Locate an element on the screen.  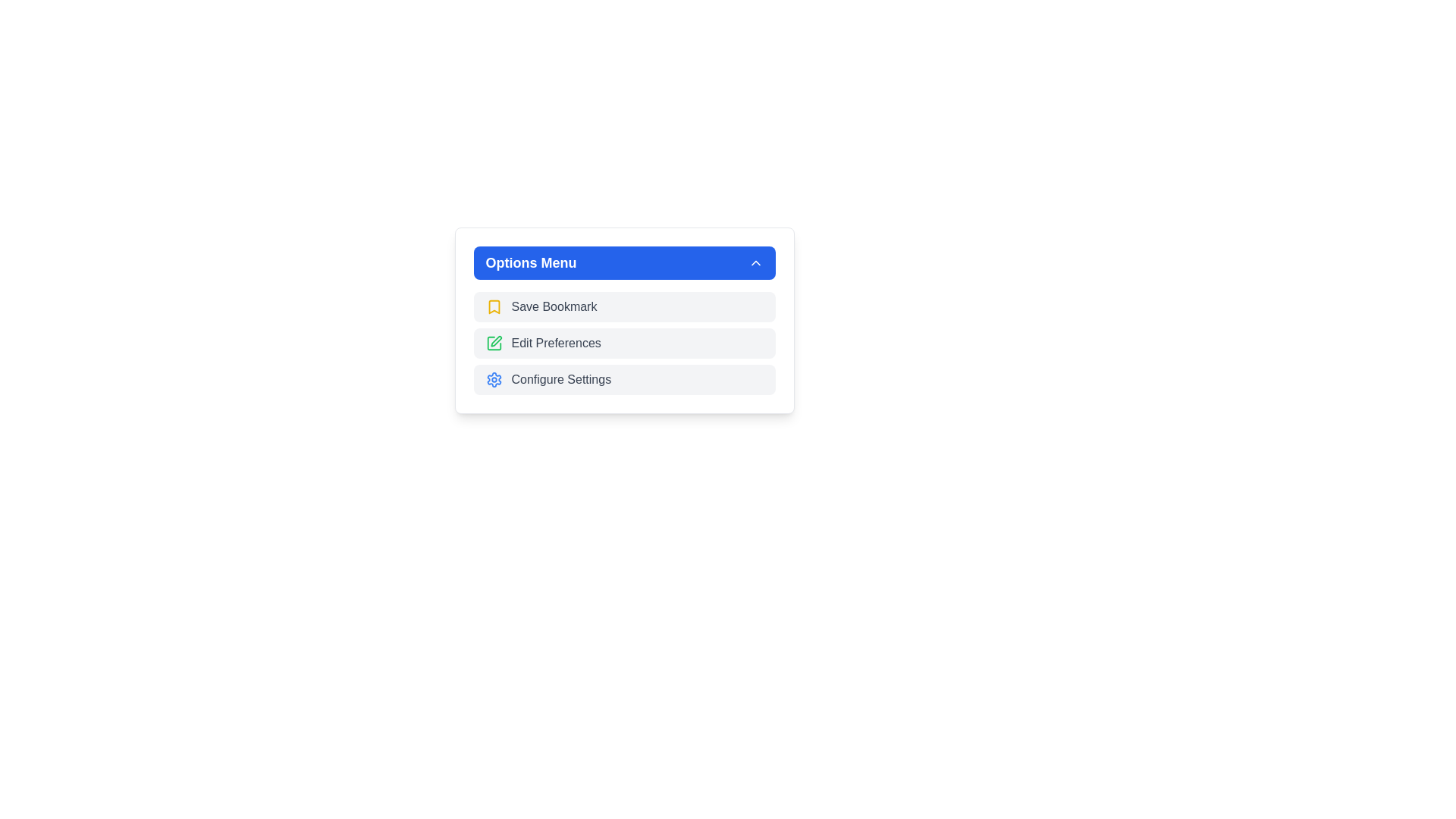
the upward-pointing chevron icon located in the top-right corner of the blue 'Options Menu' toolbar is located at coordinates (755, 262).